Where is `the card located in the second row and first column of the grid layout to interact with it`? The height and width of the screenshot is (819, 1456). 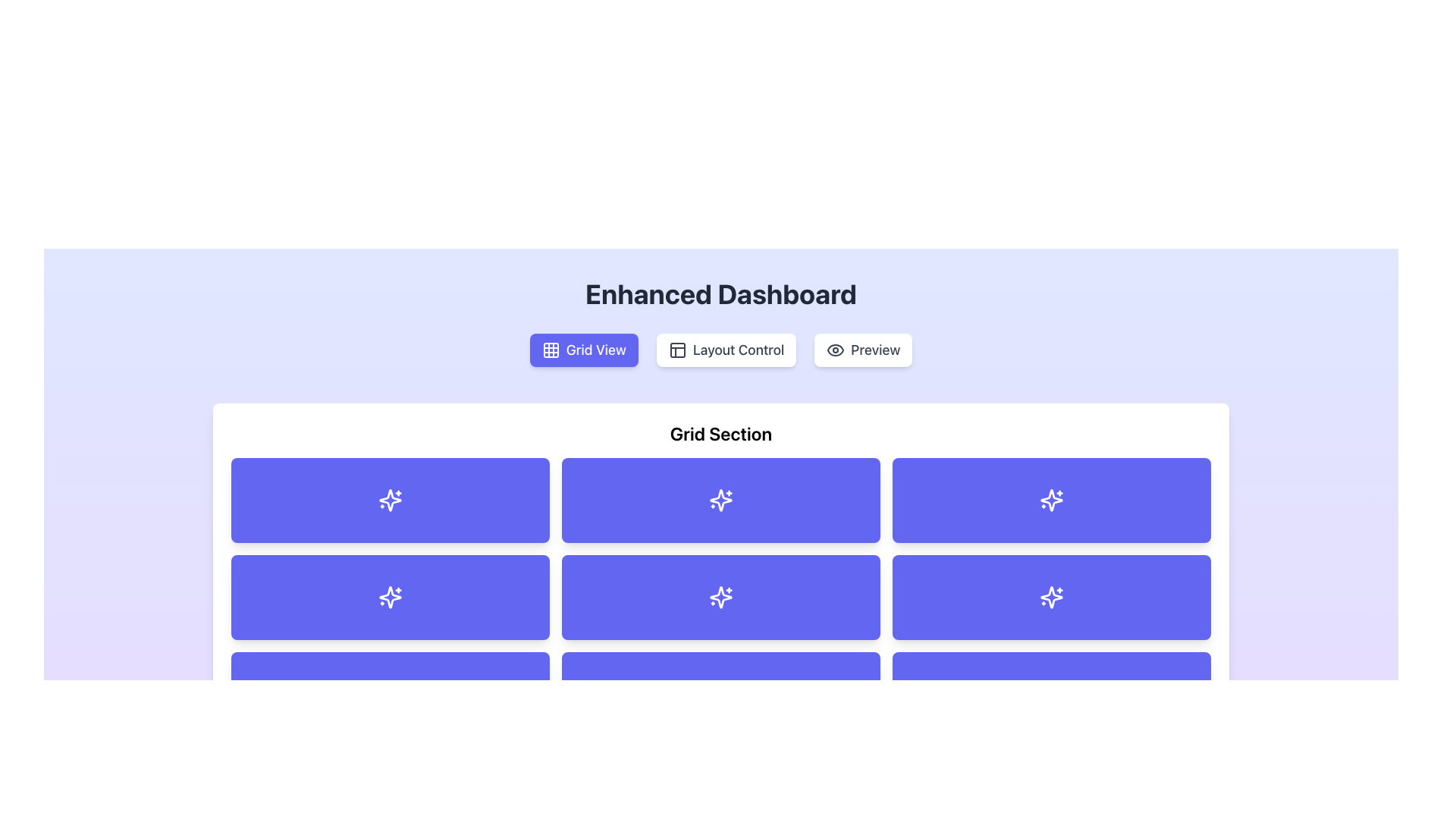 the card located in the second row and first column of the grid layout to interact with it is located at coordinates (391, 596).